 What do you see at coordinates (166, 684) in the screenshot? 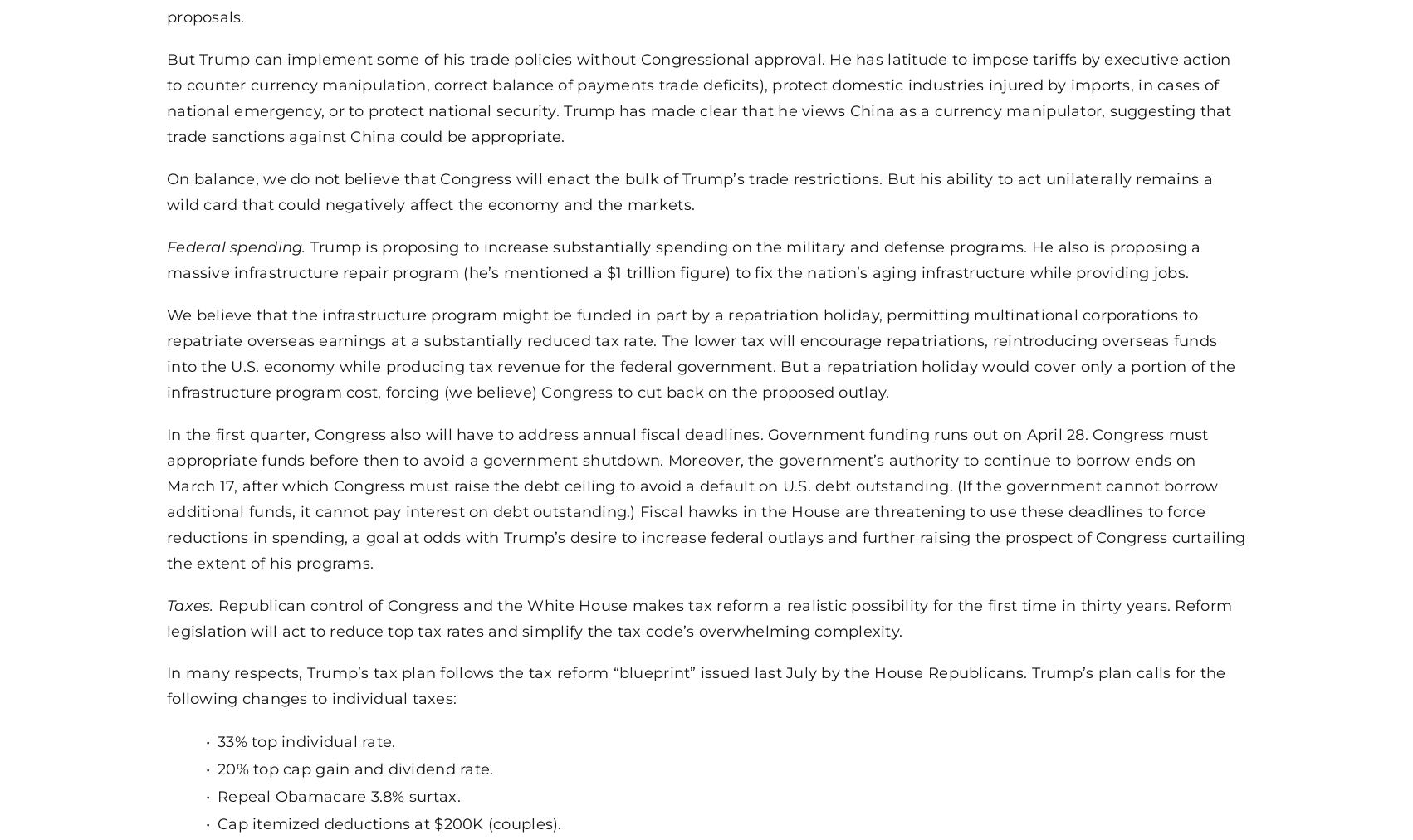
I see `'In many respects, Trump’s tax plan follows the tax reform “blueprint” issued last July by the House Republicans. Trump’s plan calls for the following changes to individual taxes:'` at bounding box center [166, 684].